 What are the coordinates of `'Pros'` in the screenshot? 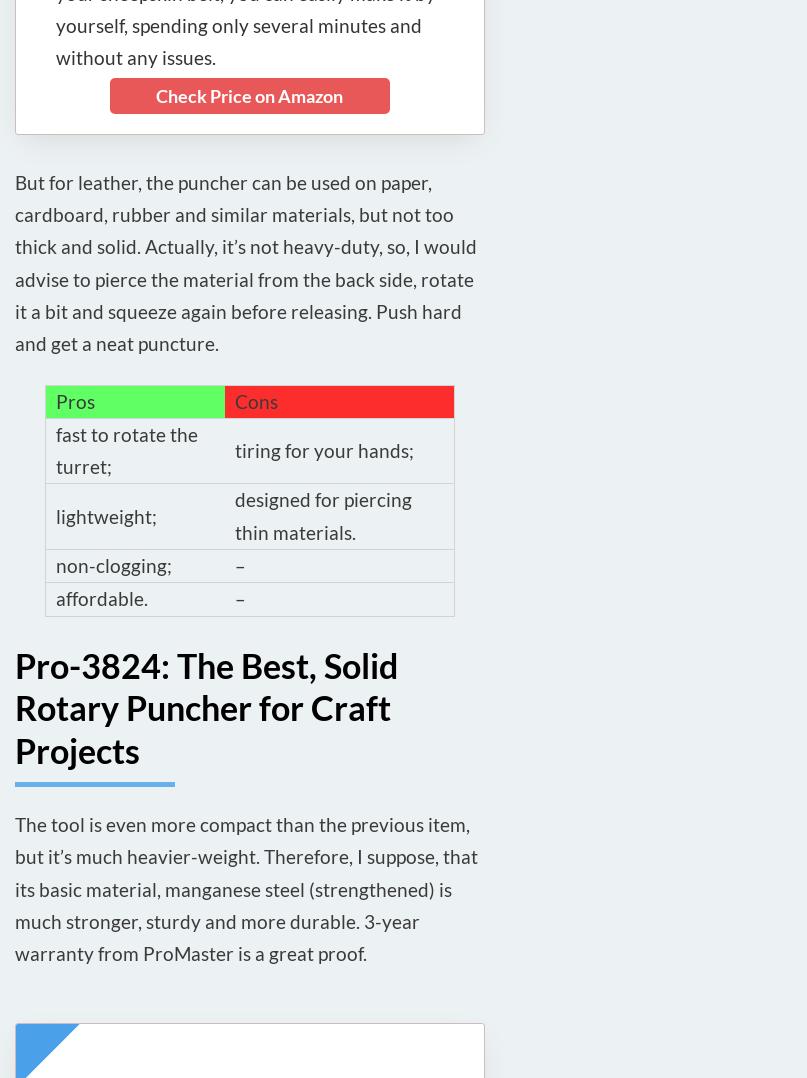 It's located at (75, 399).